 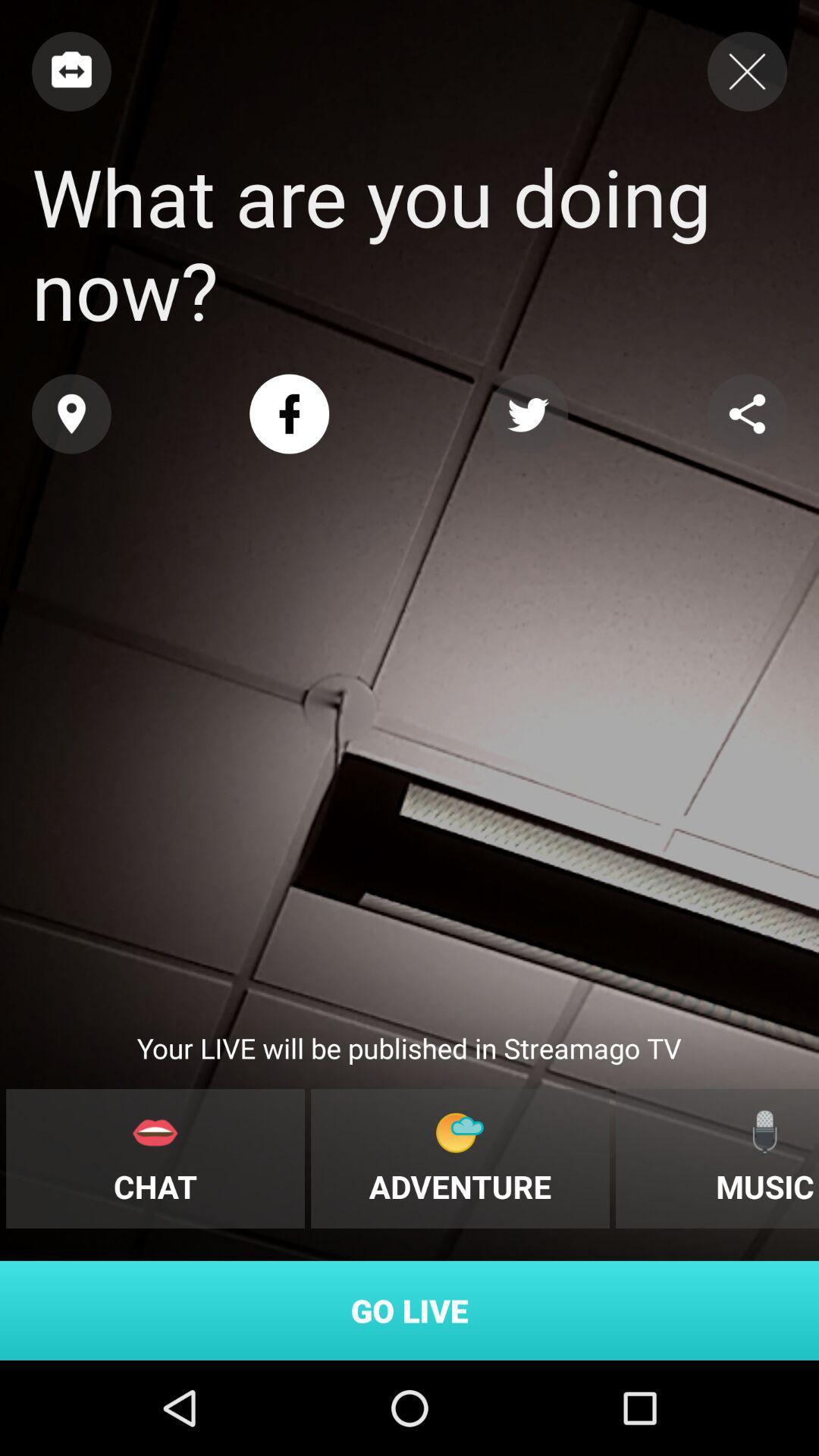 What do you see at coordinates (71, 414) in the screenshot?
I see `share your location` at bounding box center [71, 414].